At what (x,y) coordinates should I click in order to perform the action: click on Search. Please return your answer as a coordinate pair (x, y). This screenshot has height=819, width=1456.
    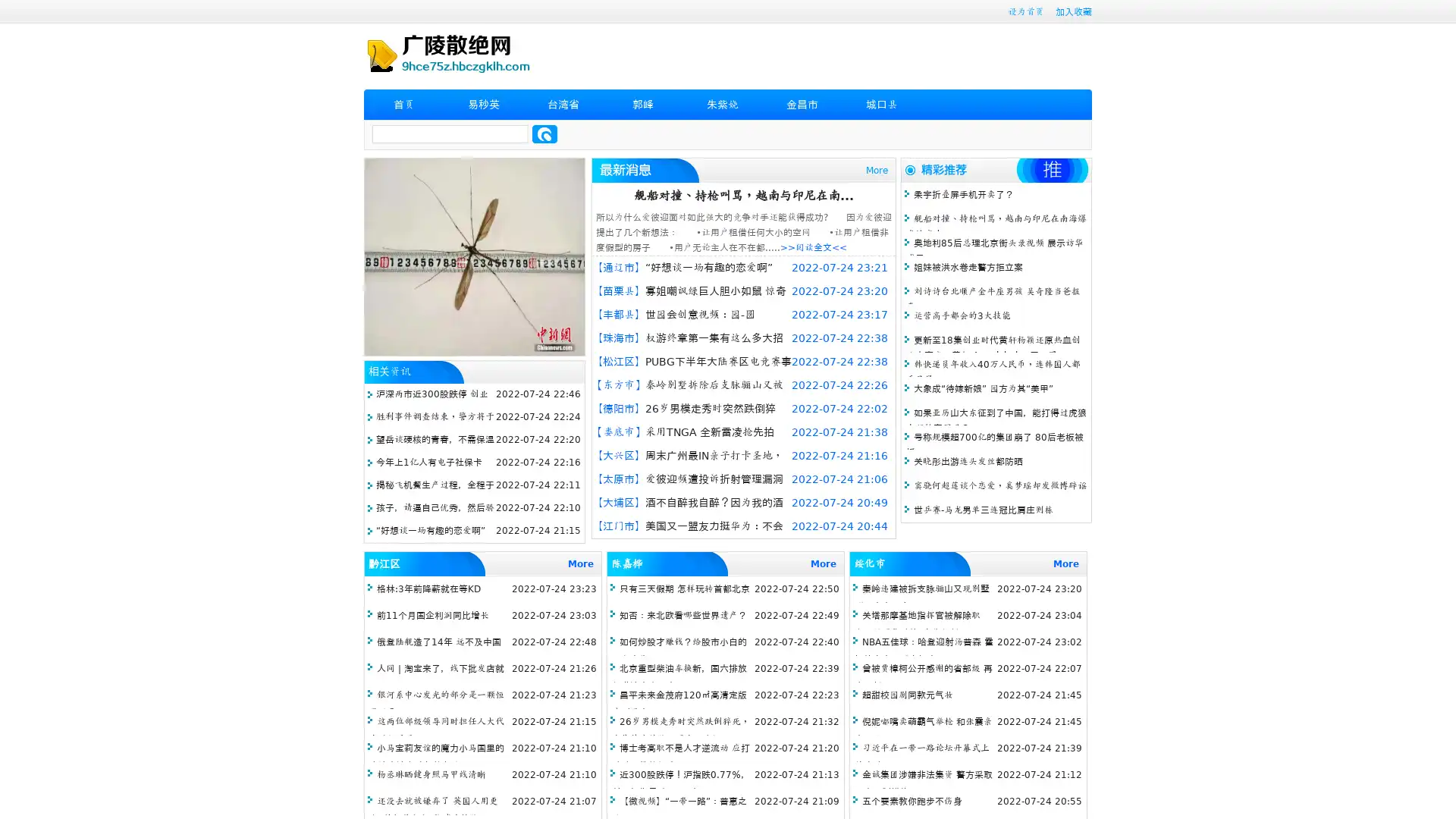
    Looking at the image, I should click on (544, 133).